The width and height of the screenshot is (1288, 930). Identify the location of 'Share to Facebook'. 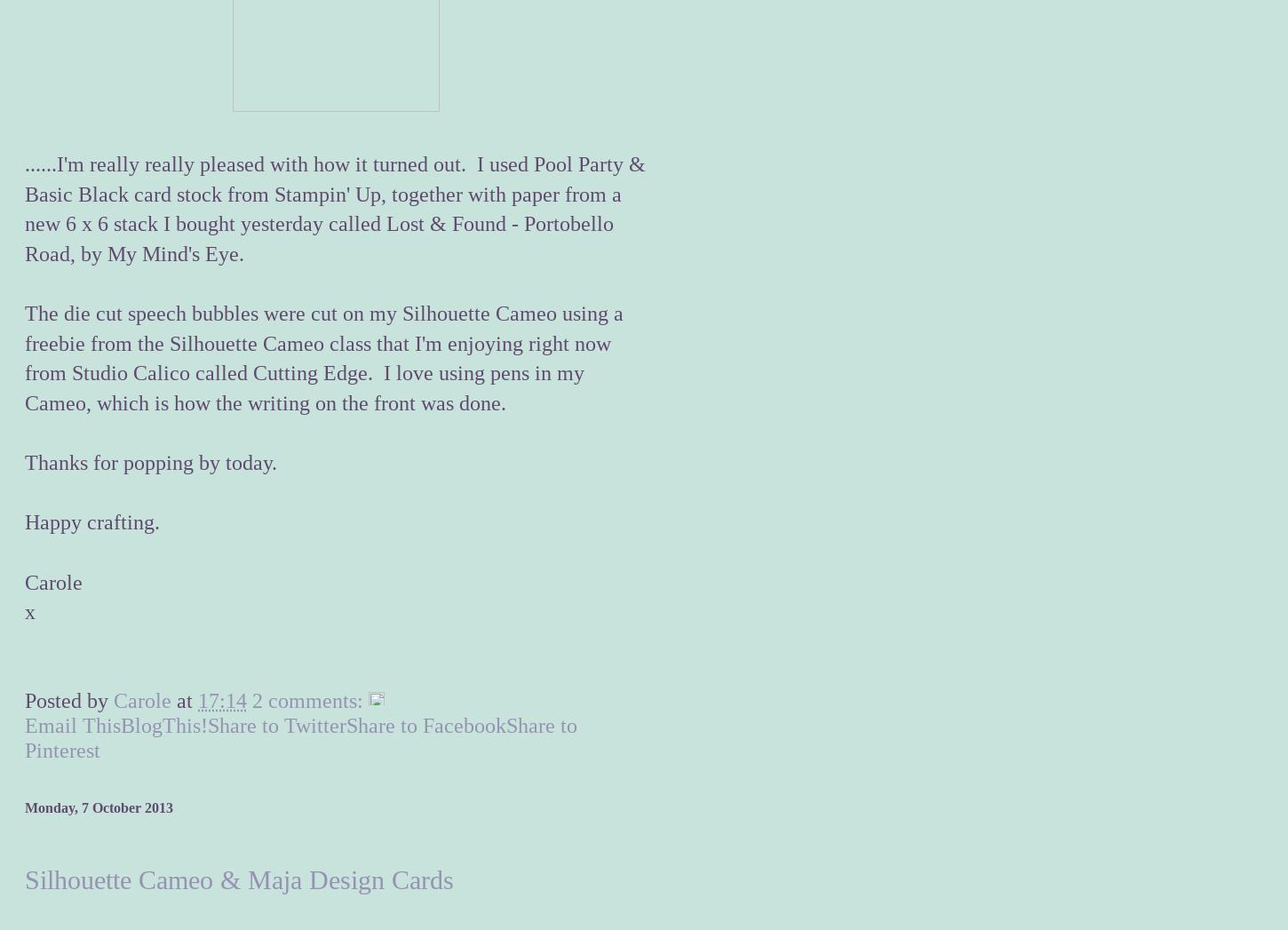
(425, 726).